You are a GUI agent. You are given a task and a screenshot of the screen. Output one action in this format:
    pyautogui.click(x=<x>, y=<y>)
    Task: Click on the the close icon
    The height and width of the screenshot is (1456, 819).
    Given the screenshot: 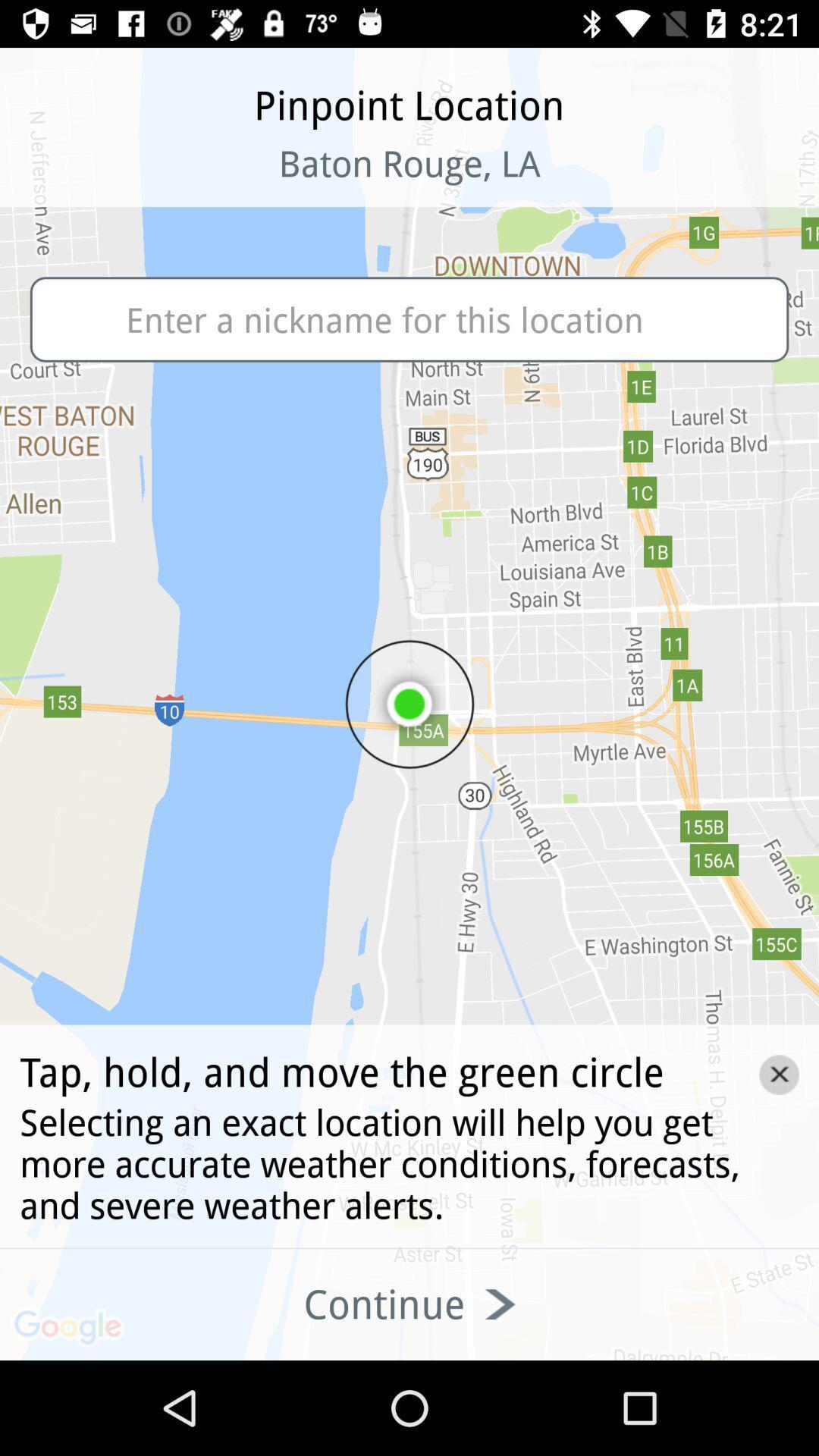 What is the action you would take?
    pyautogui.click(x=779, y=1074)
    